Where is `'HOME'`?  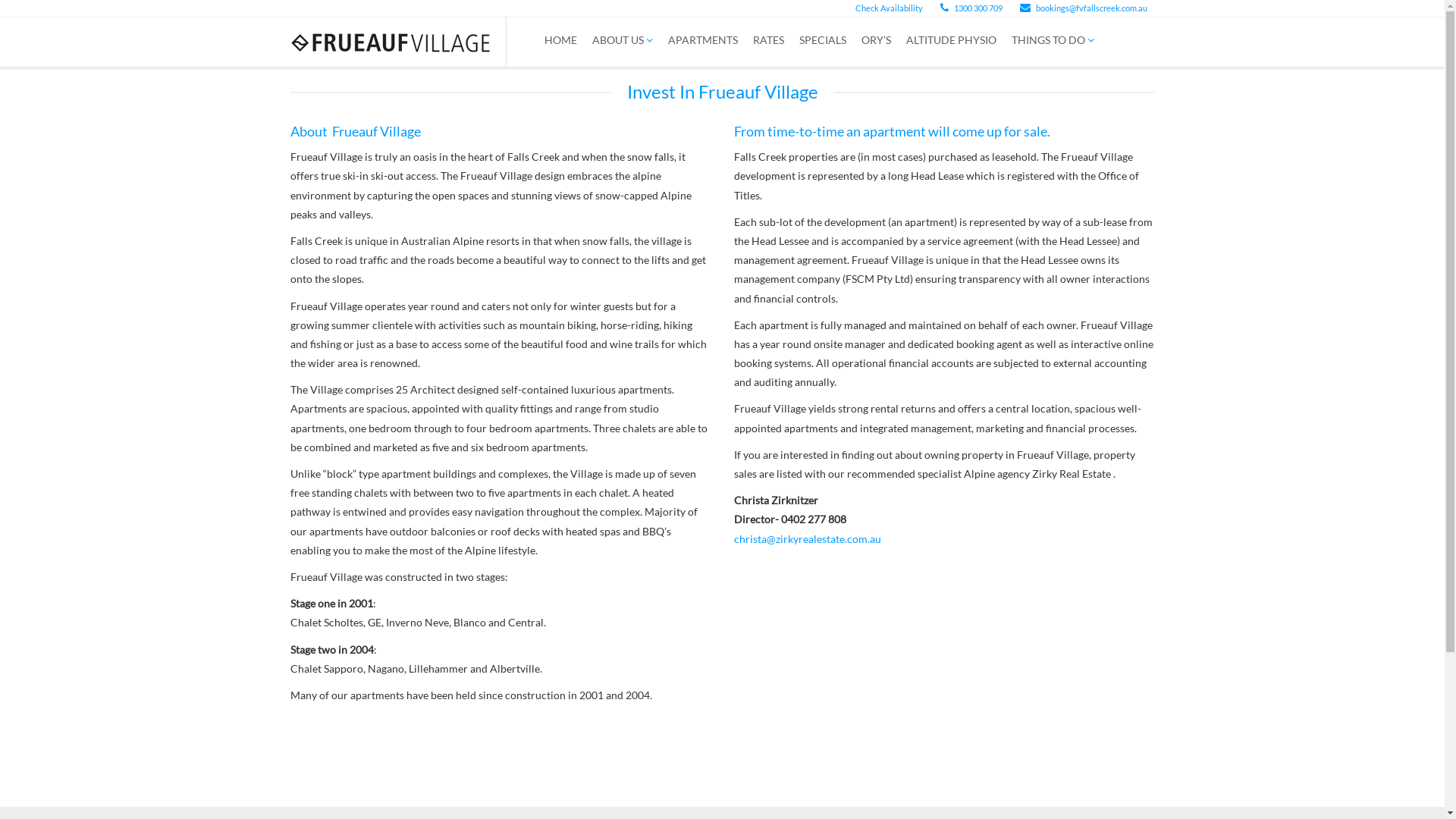 'HOME' is located at coordinates (537, 39).